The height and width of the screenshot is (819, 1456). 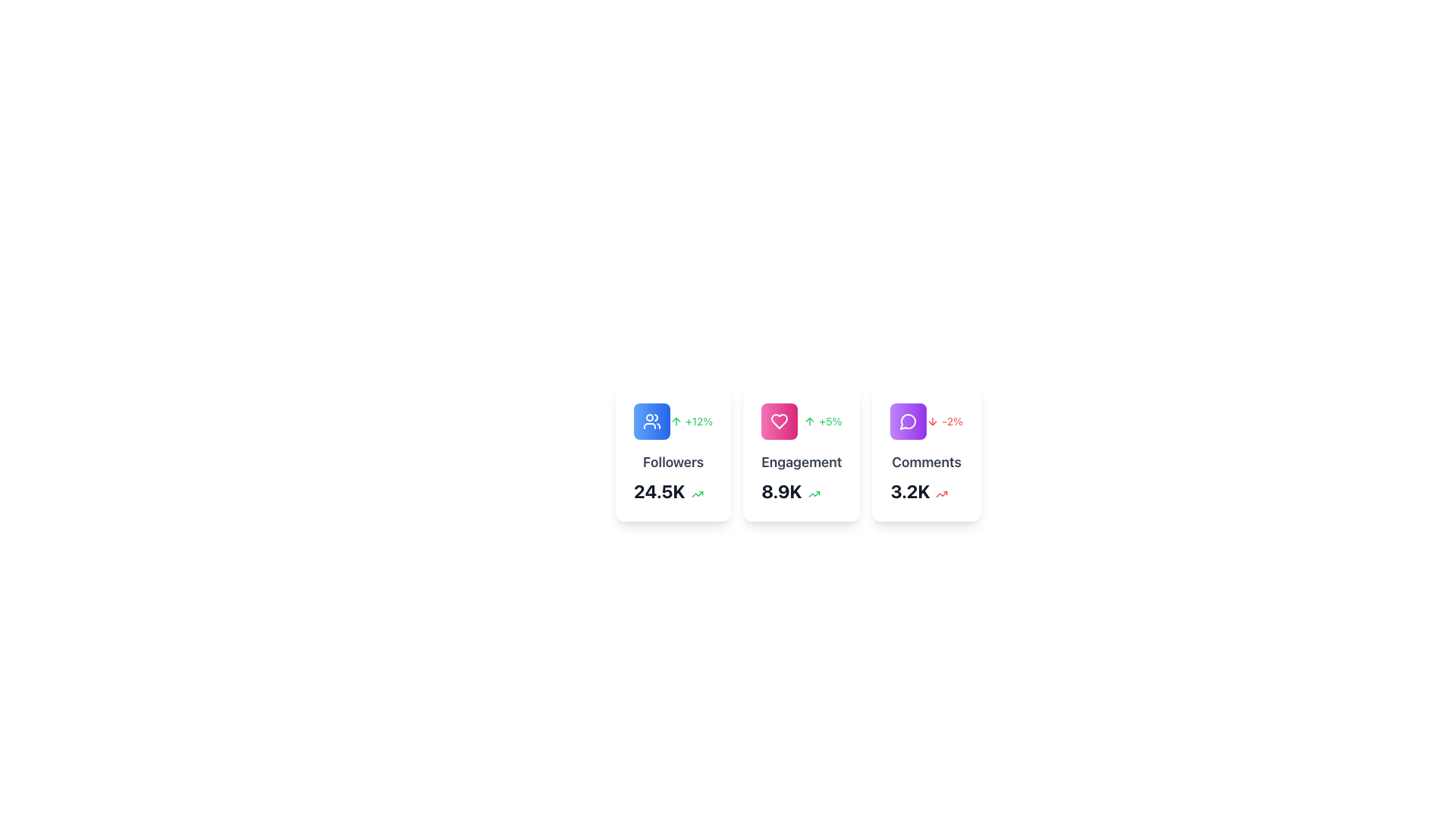 What do you see at coordinates (696, 494) in the screenshot?
I see `the positive trend icon located at the bottom-right corner of the 'Followers' card, adjacent to the numeric value '24.5K.'` at bounding box center [696, 494].